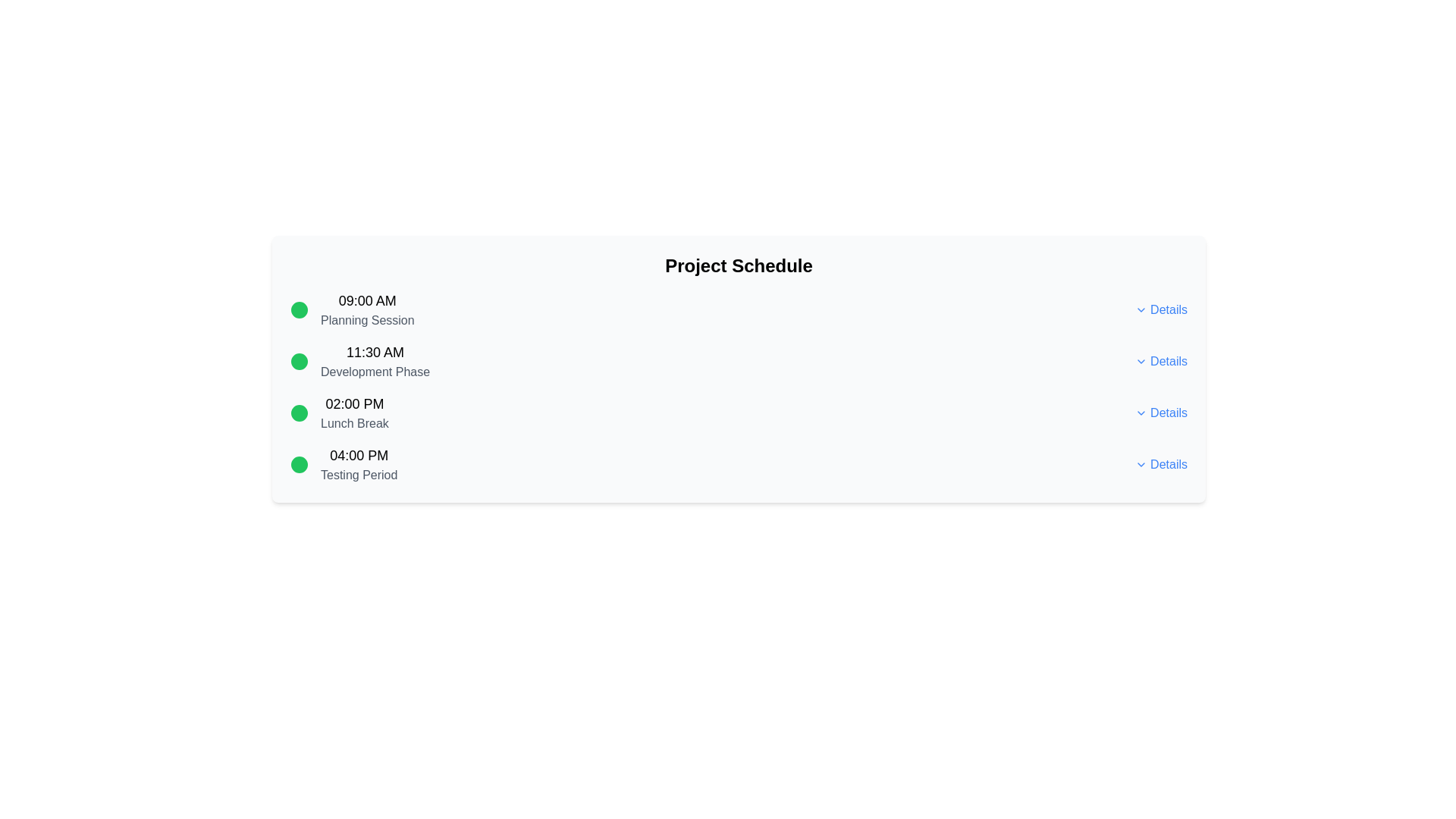 This screenshot has width=1456, height=819. What do you see at coordinates (1160, 413) in the screenshot?
I see `the button located in the rightmost section of the '02:00 PM Lunch Break' schedule row` at bounding box center [1160, 413].